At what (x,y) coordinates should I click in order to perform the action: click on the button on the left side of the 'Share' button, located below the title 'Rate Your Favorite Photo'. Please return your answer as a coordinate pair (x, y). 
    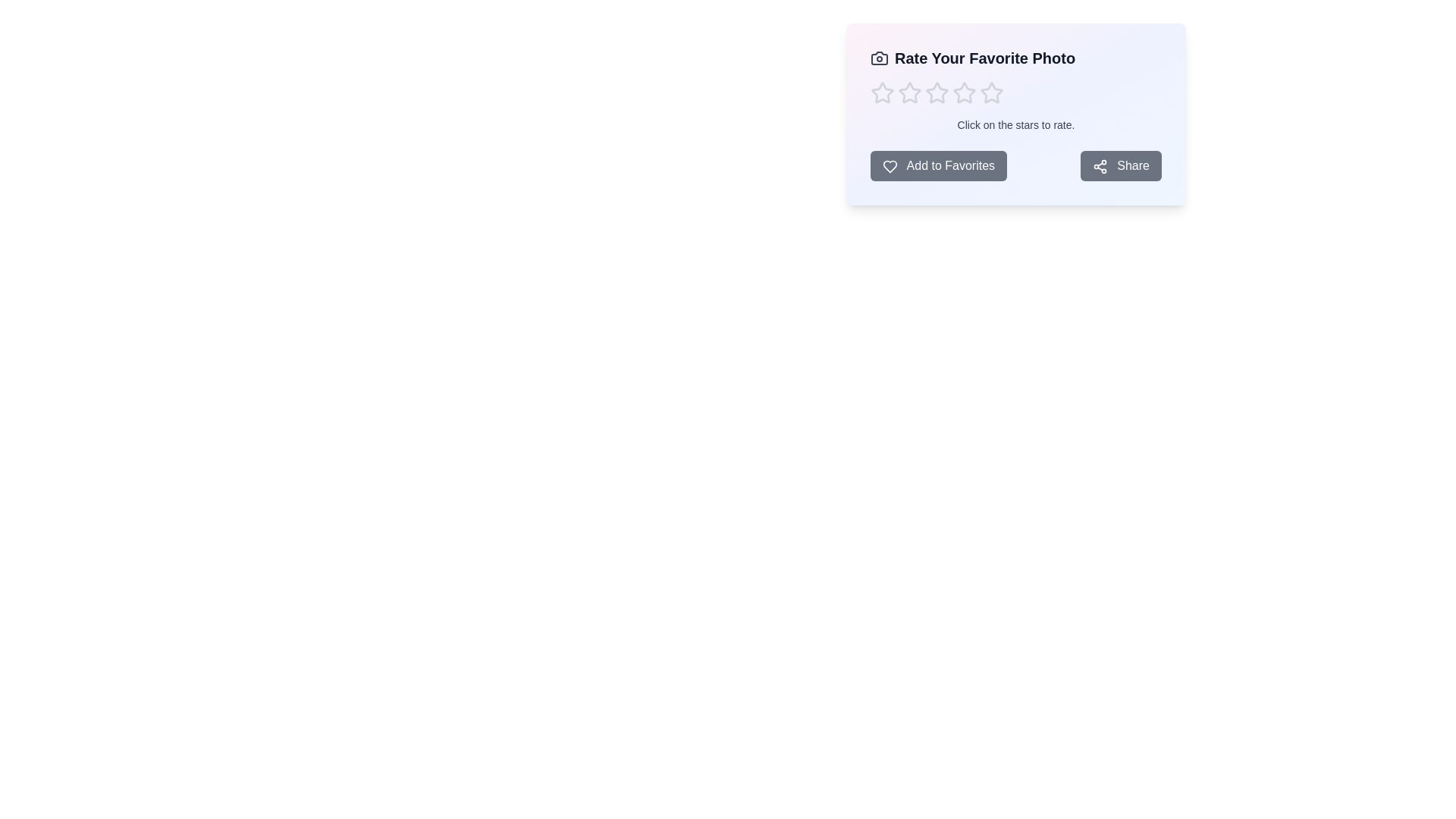
    Looking at the image, I should click on (938, 166).